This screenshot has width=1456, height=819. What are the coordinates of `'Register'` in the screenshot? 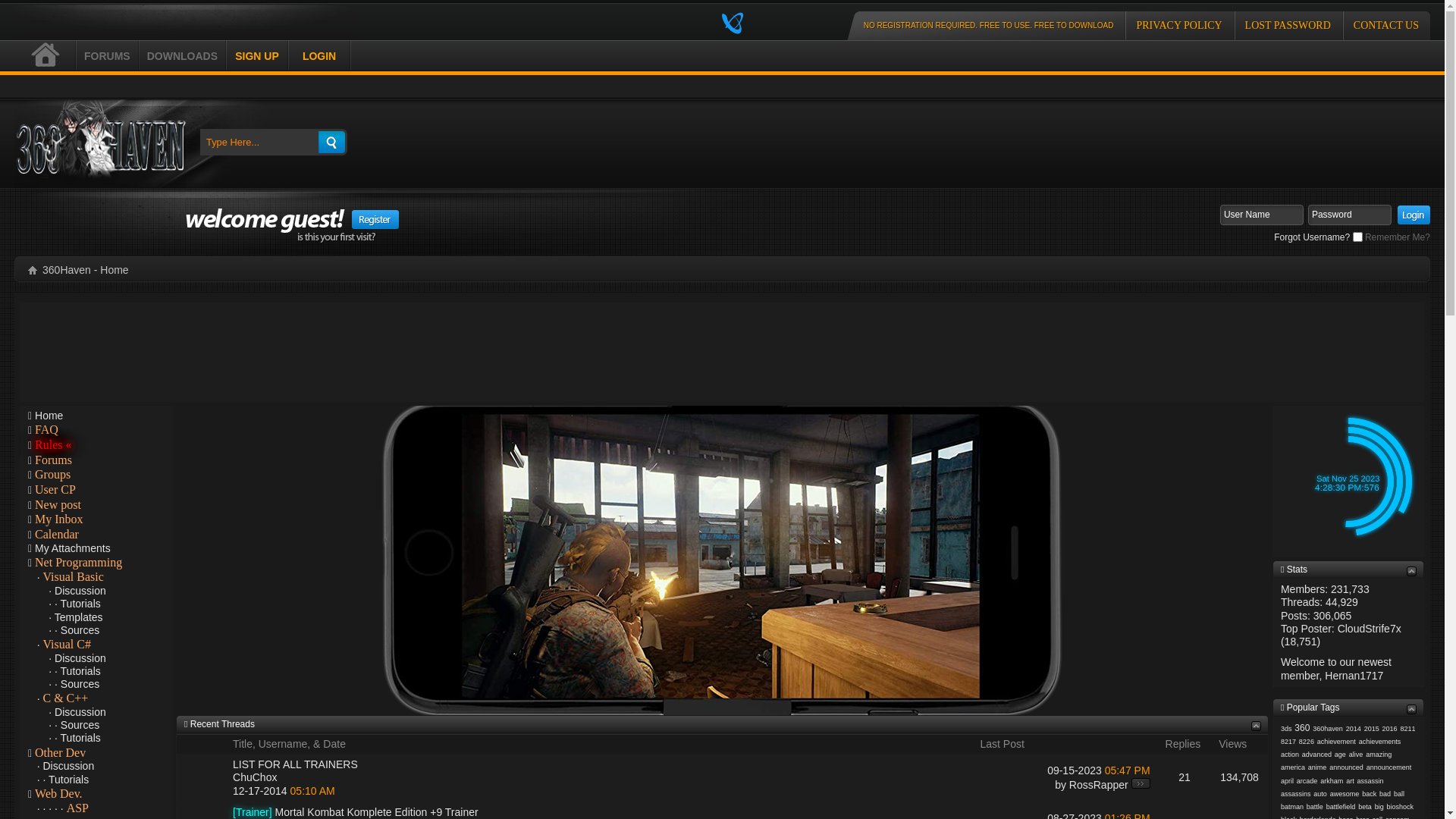 It's located at (351, 219).